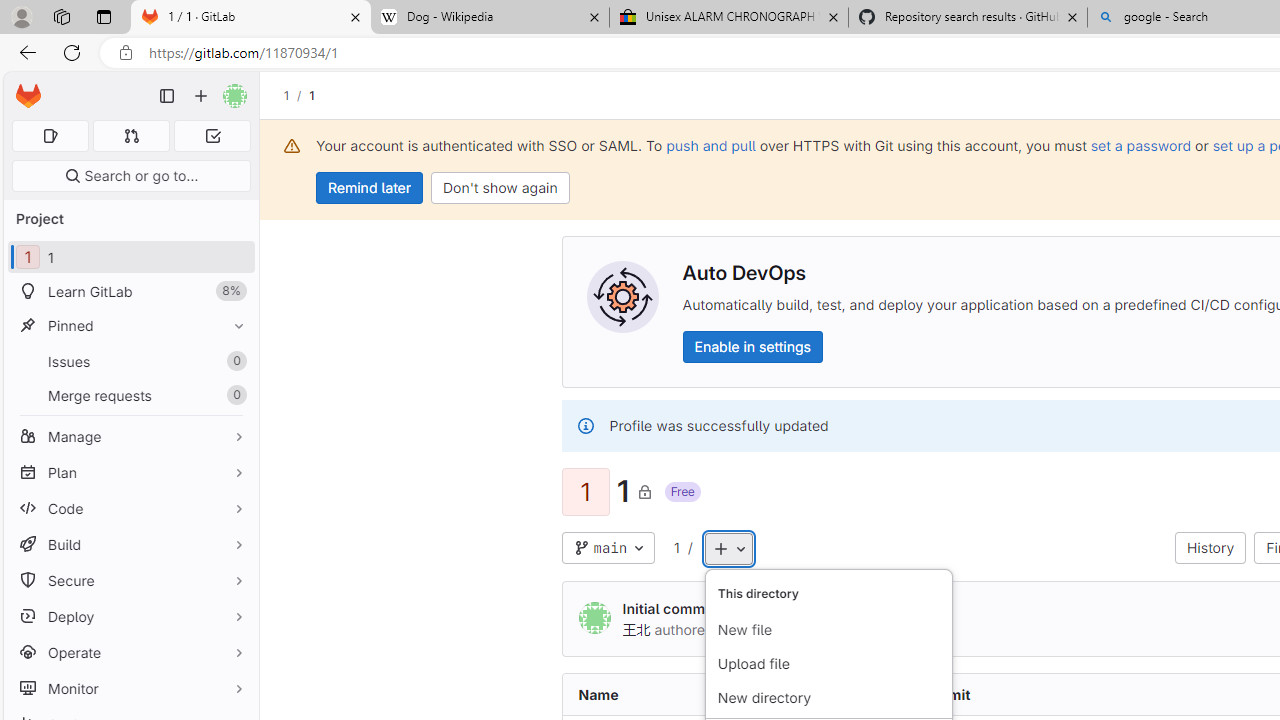 This screenshot has height=720, width=1280. Describe the element at coordinates (167, 96) in the screenshot. I see `'Primary navigation sidebar'` at that location.